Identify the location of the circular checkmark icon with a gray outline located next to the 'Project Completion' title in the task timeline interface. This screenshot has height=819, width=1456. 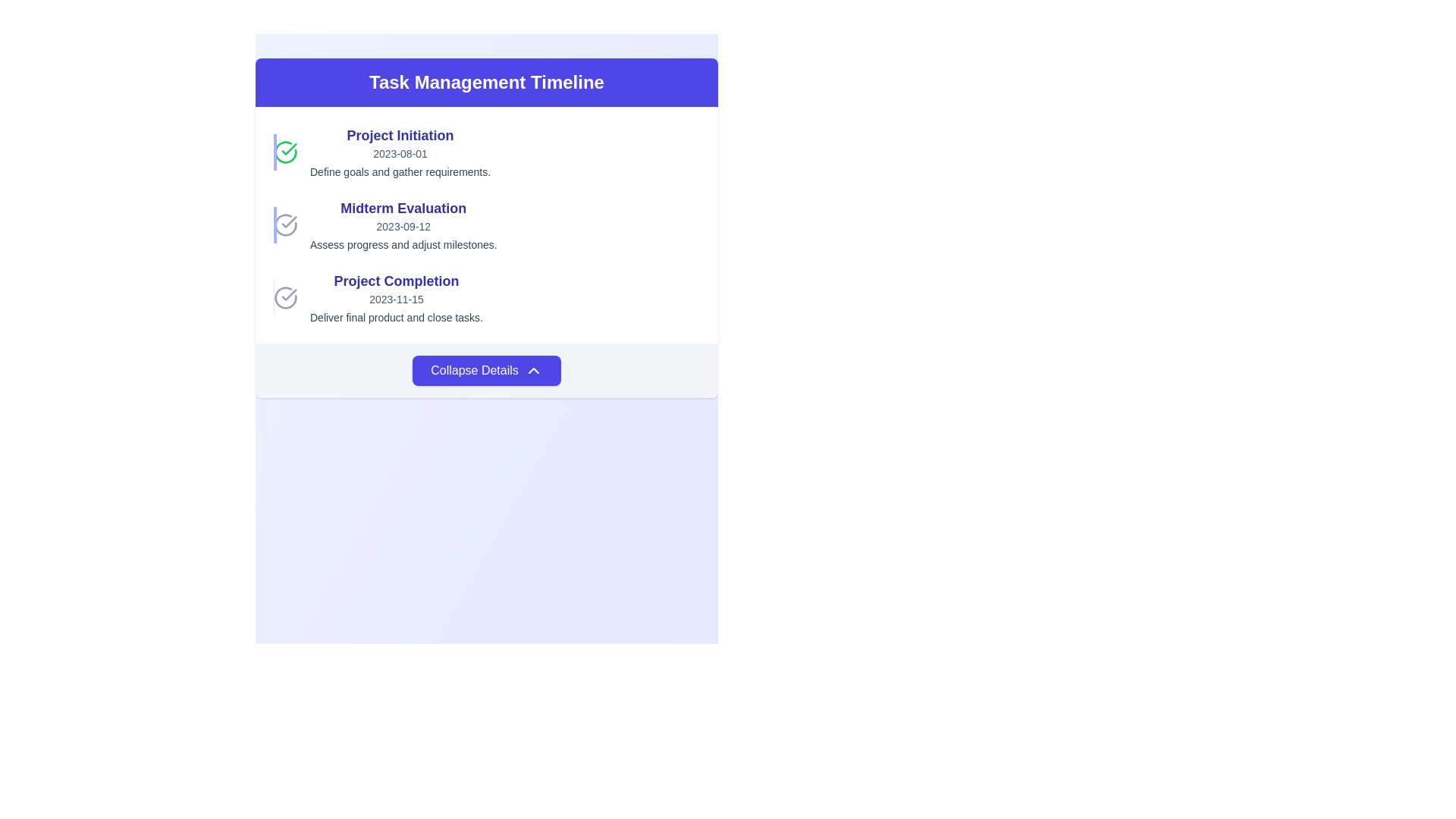
(286, 298).